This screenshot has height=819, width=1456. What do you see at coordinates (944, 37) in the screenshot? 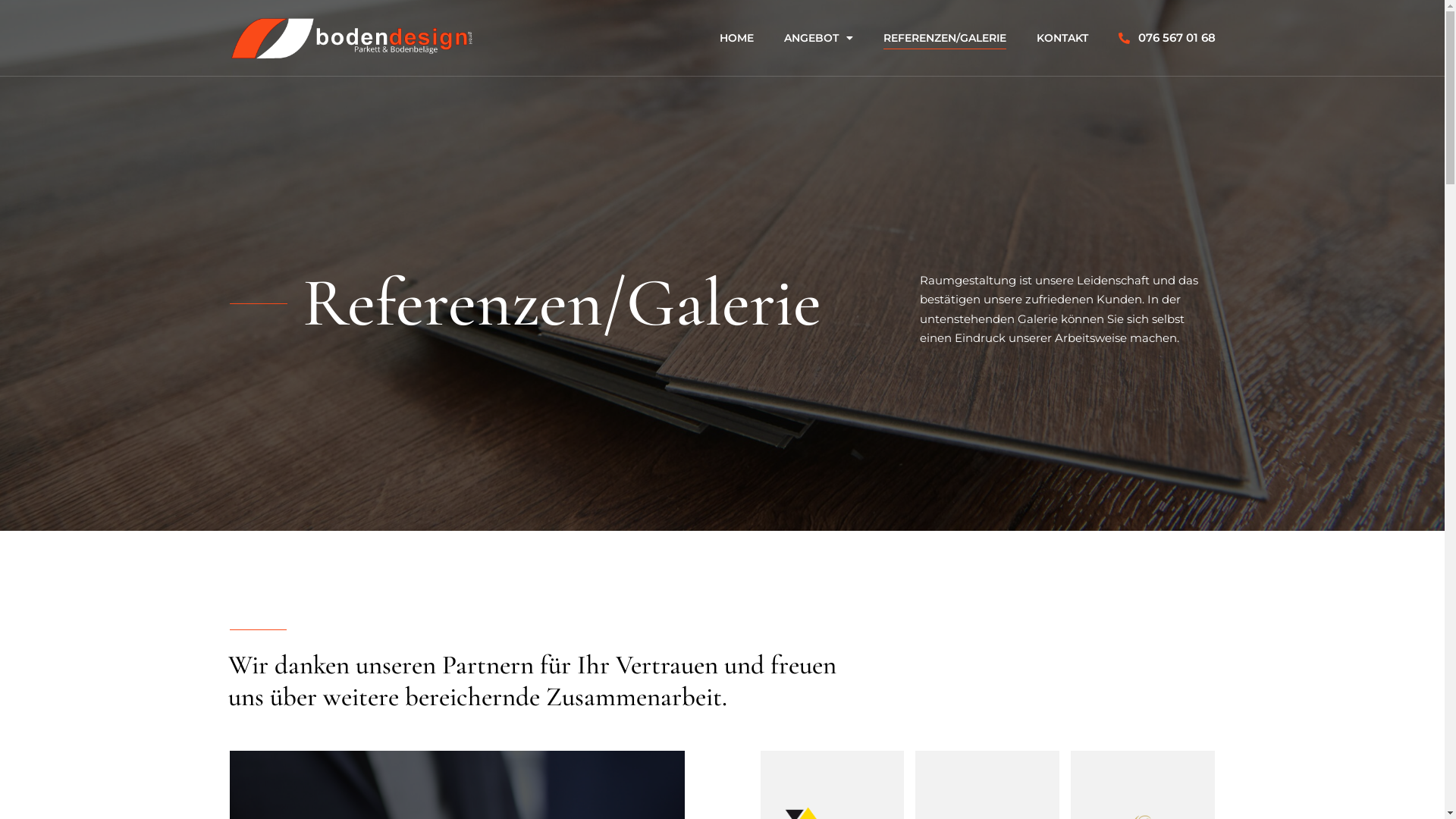
I see `'REFERENZEN/GALERIE'` at bounding box center [944, 37].